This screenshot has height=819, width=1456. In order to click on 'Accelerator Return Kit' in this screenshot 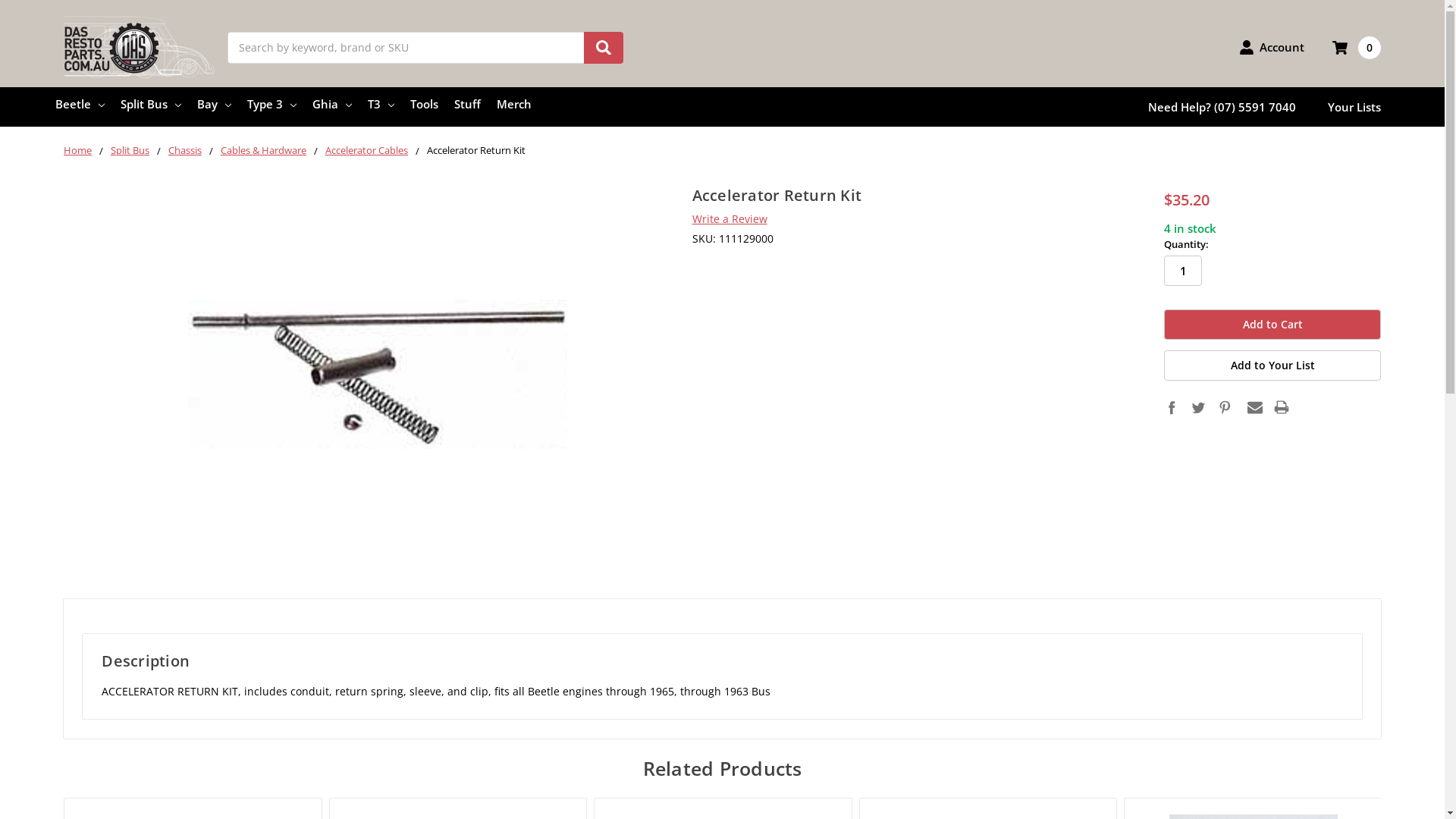, I will do `click(378, 374)`.